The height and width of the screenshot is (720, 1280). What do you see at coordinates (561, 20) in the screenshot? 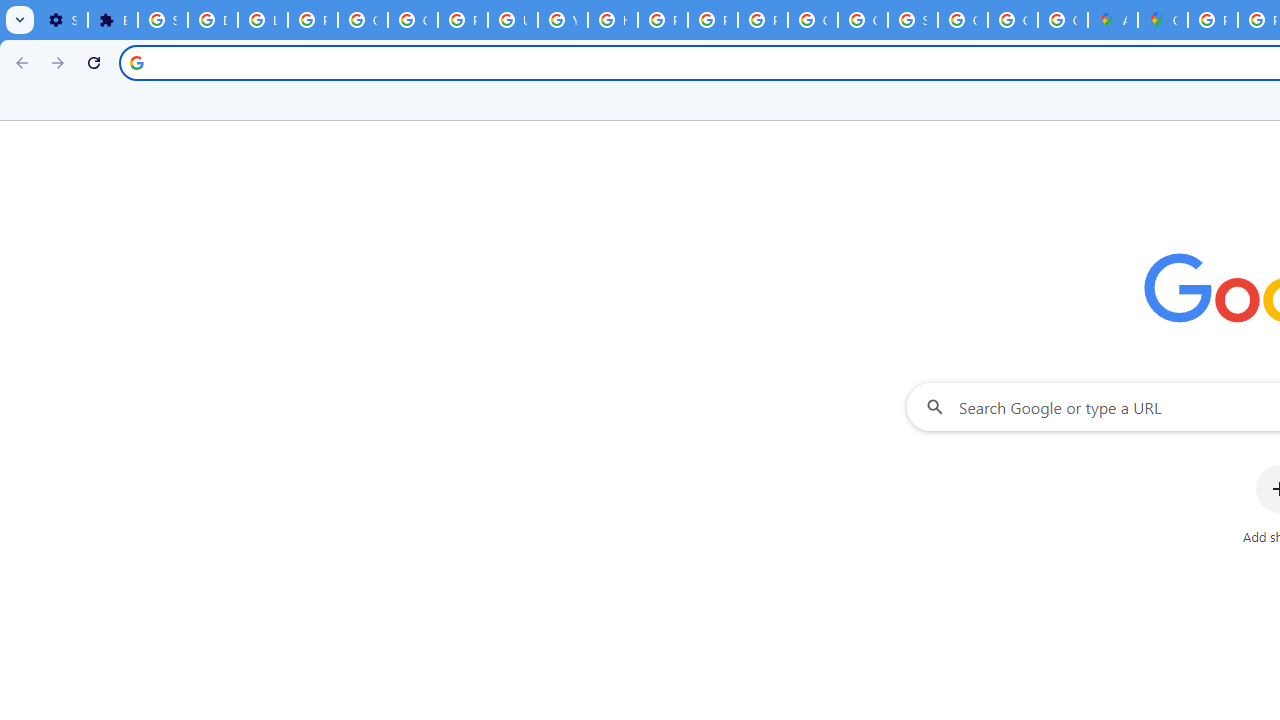
I see `'YouTube'` at bounding box center [561, 20].